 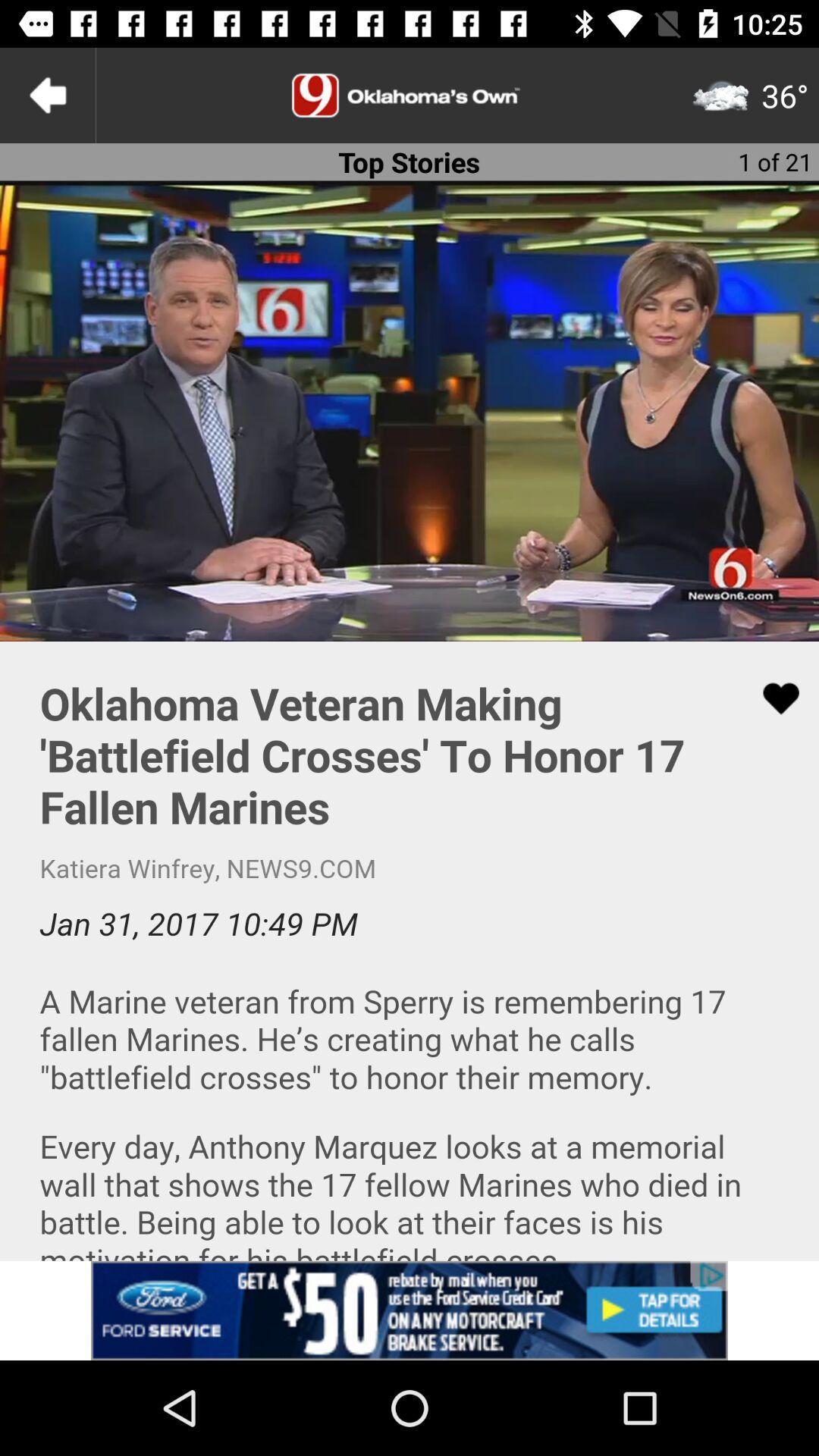 What do you see at coordinates (409, 94) in the screenshot?
I see `oklahoma 's own` at bounding box center [409, 94].